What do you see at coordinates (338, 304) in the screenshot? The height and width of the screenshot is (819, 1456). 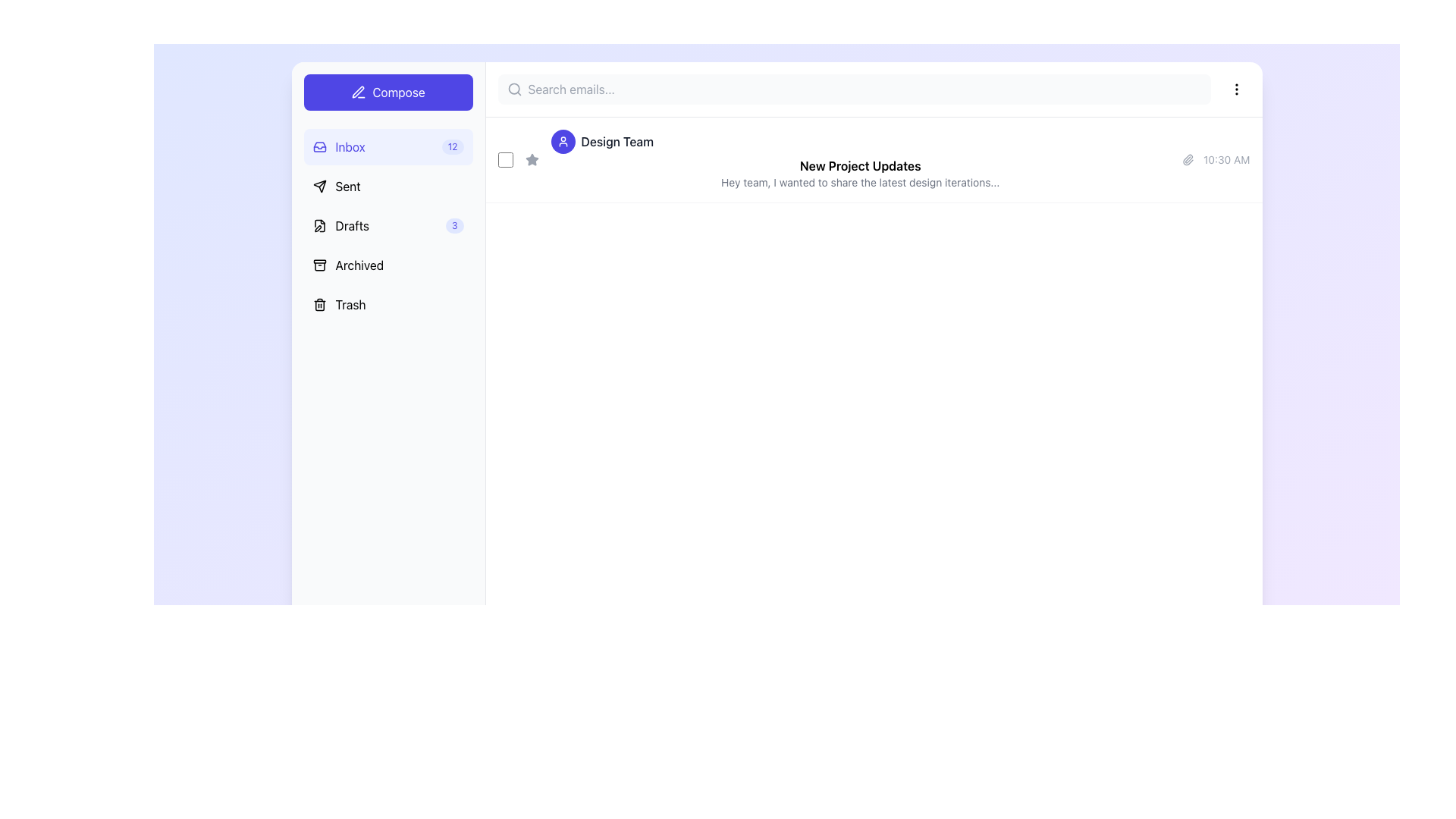 I see `the 'Trash' navigation link, which is represented by a trash bin icon and is the last option` at bounding box center [338, 304].